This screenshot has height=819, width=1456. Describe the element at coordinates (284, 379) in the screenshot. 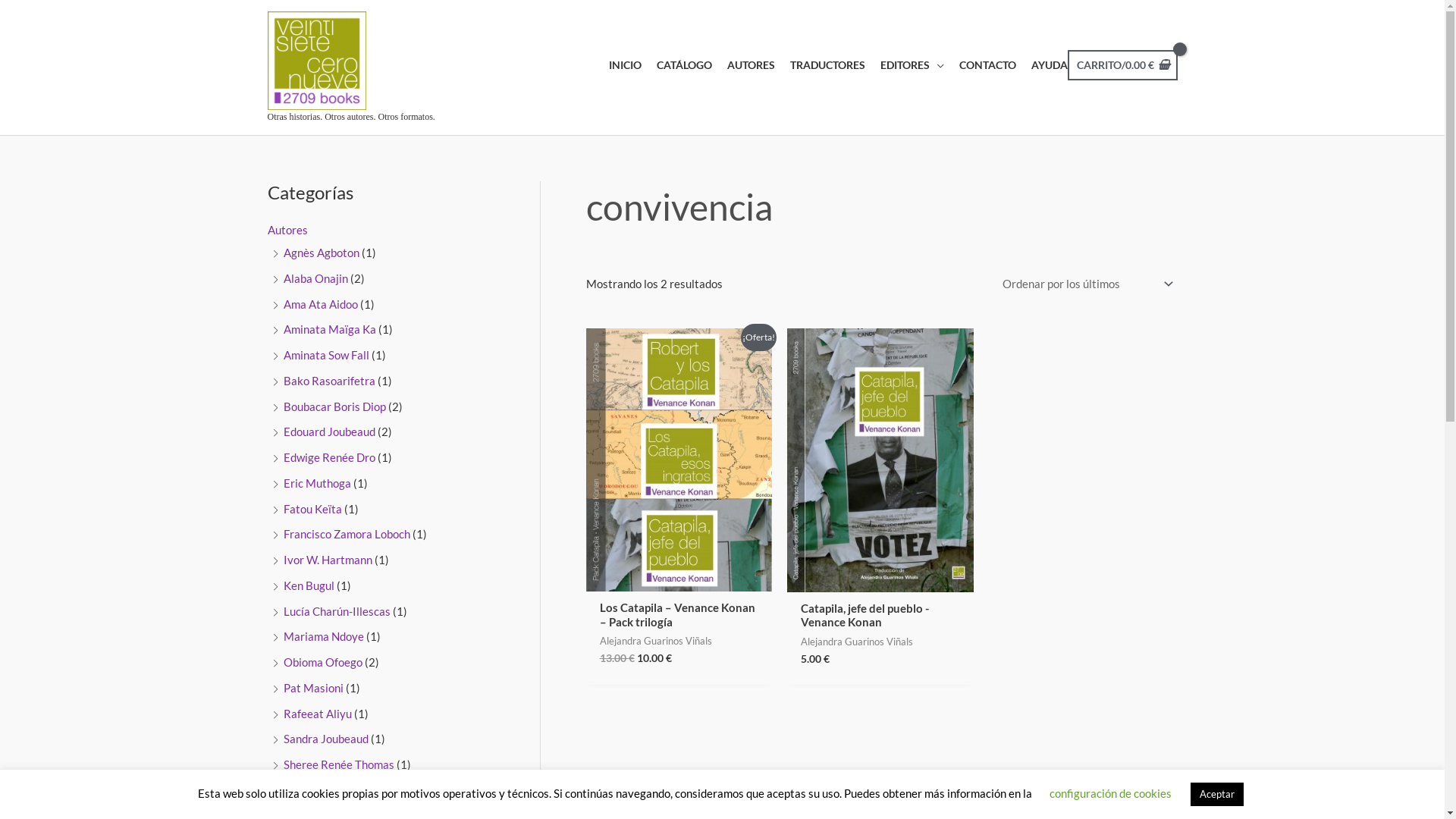

I see `'Bako Rasoarifetra'` at that location.